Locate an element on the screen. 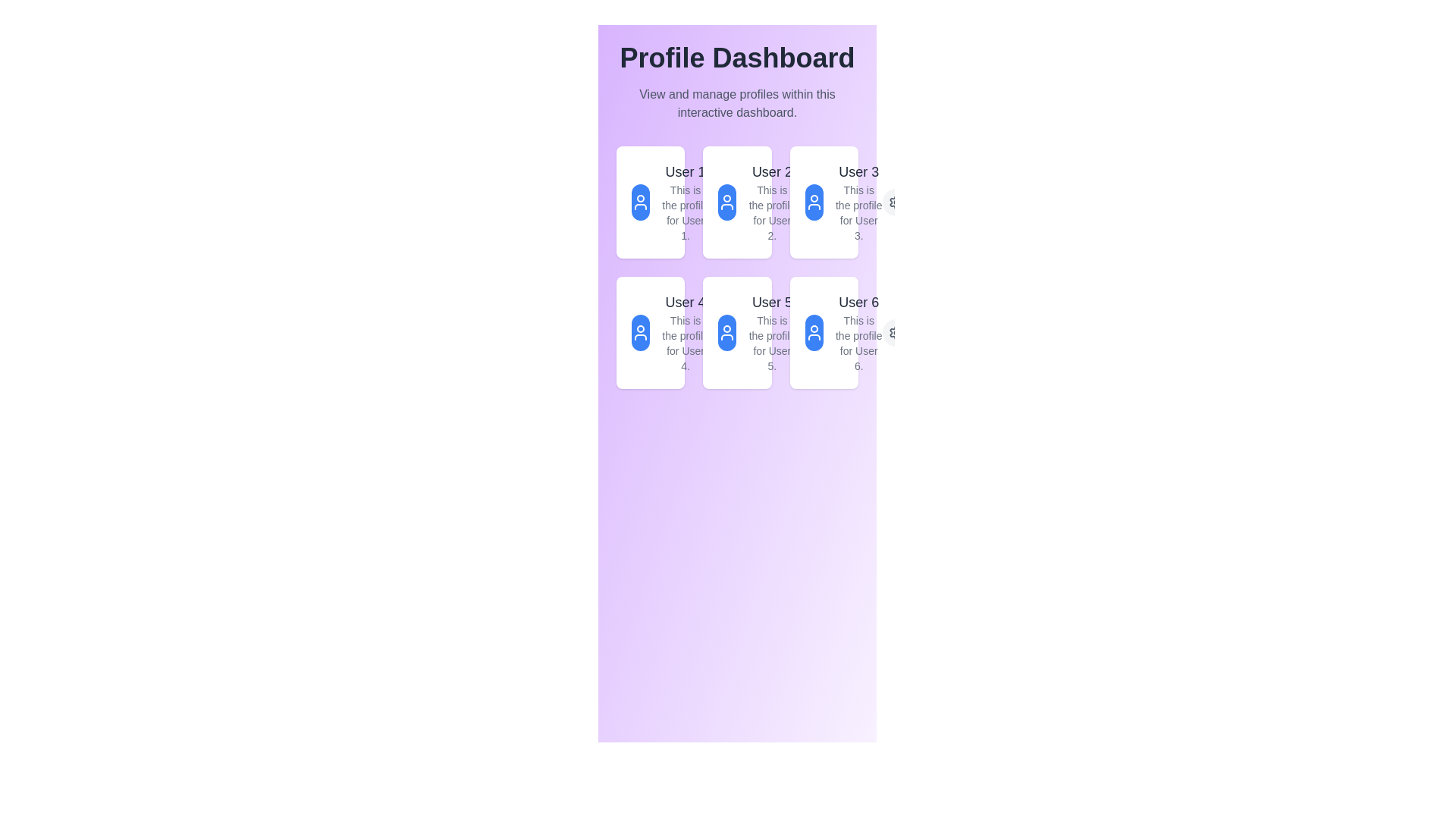 The height and width of the screenshot is (819, 1456). the profile icon representing 'User 3' in the third card from the left in the top row of the grid layout is located at coordinates (823, 201).